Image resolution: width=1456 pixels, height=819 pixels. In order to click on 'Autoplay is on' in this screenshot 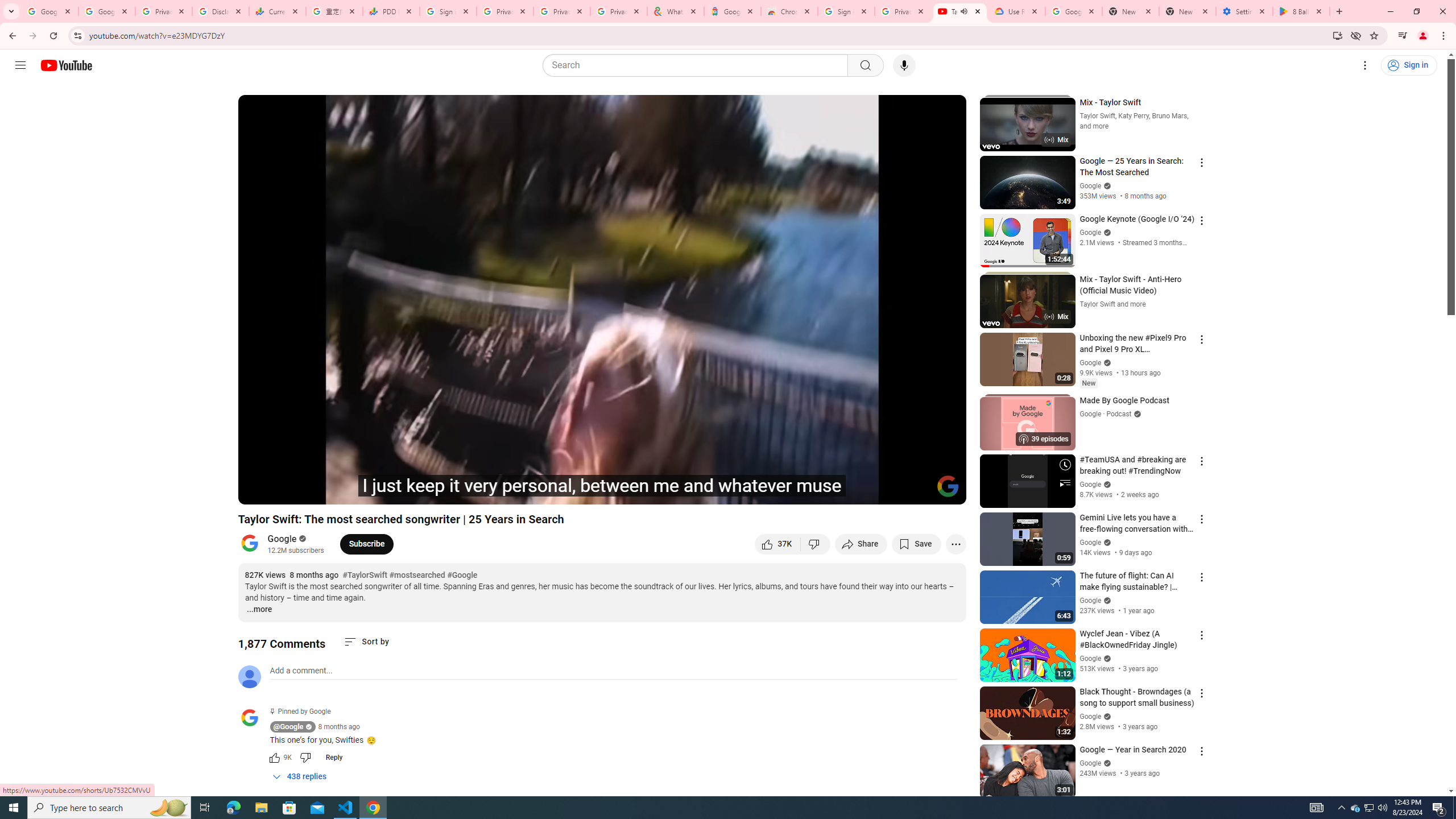, I will do `click(809, 490)`.